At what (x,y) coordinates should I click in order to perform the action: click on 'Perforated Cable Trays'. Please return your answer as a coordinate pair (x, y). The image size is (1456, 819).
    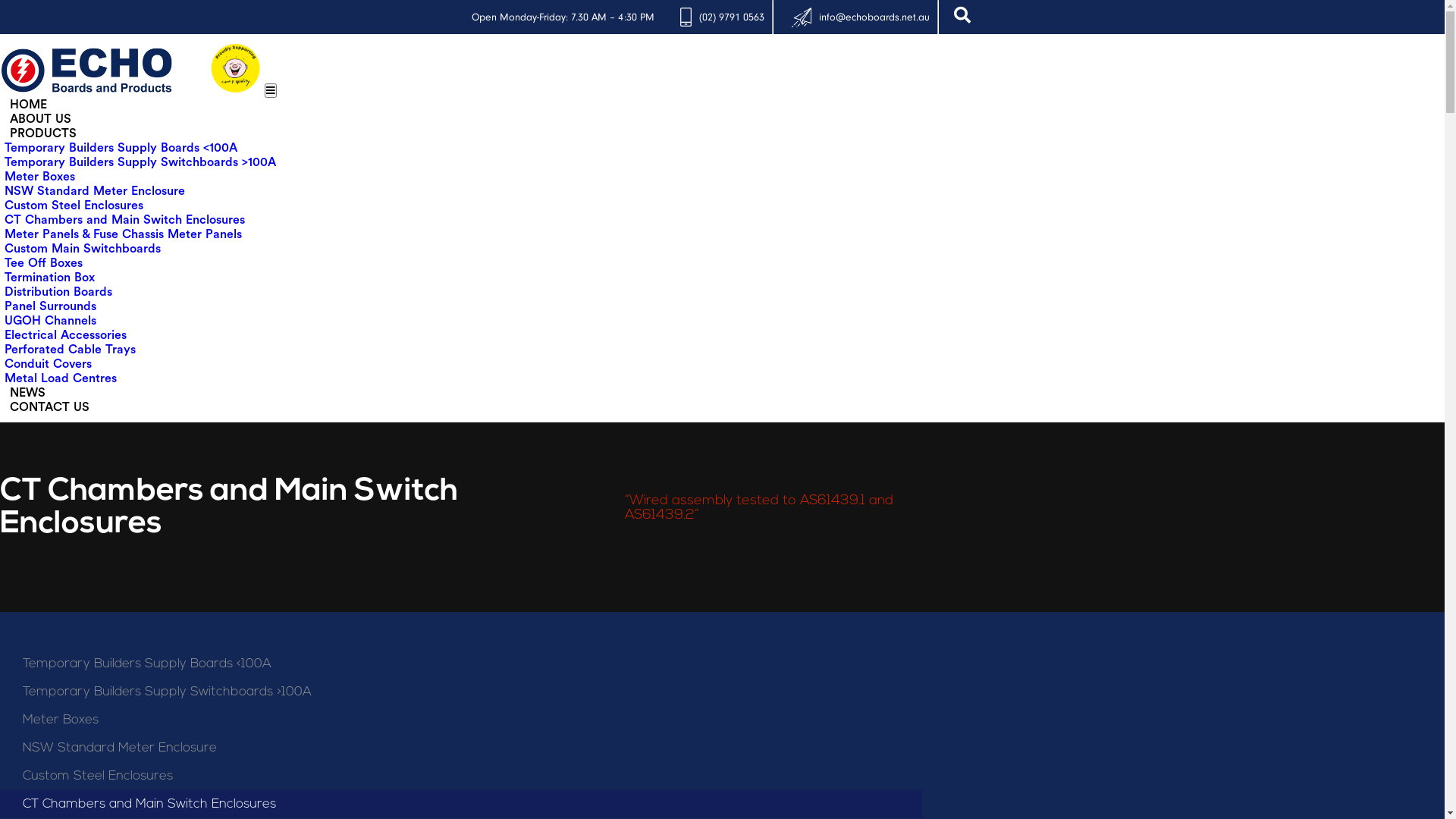
    Looking at the image, I should click on (69, 350).